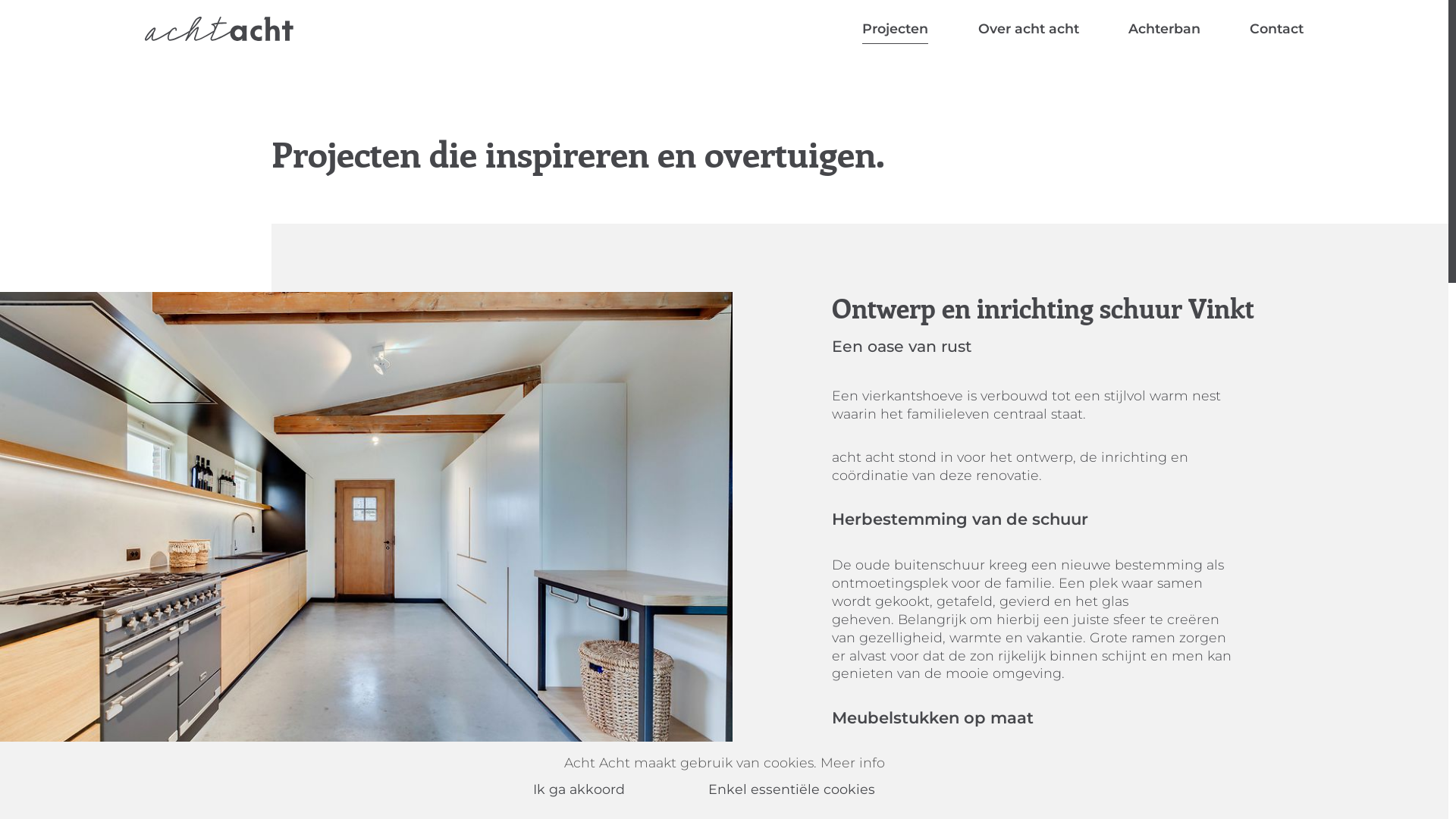  What do you see at coordinates (1163, 29) in the screenshot?
I see `'Achterban'` at bounding box center [1163, 29].